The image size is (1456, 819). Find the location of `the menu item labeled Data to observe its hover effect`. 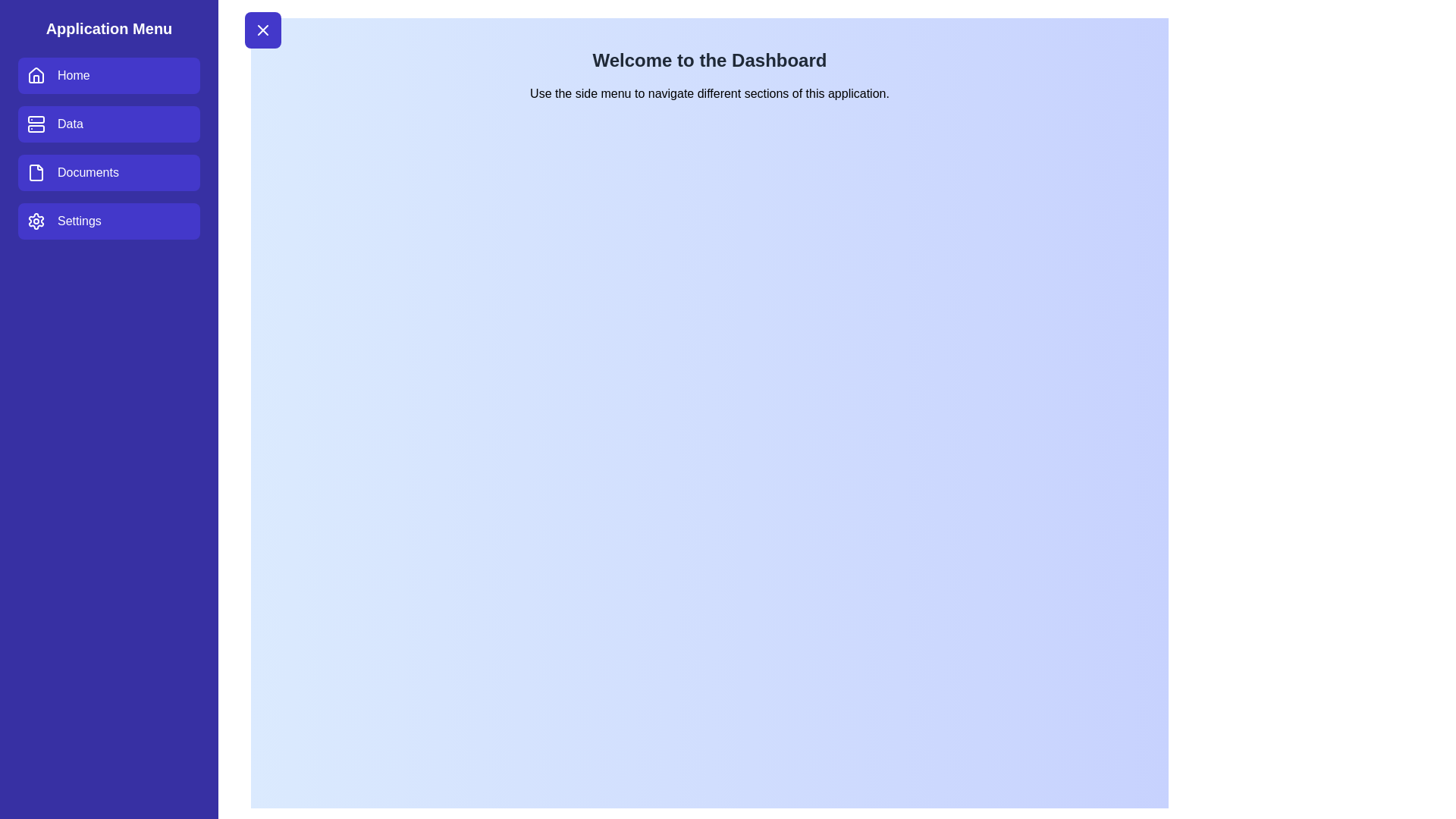

the menu item labeled Data to observe its hover effect is located at coordinates (108, 124).